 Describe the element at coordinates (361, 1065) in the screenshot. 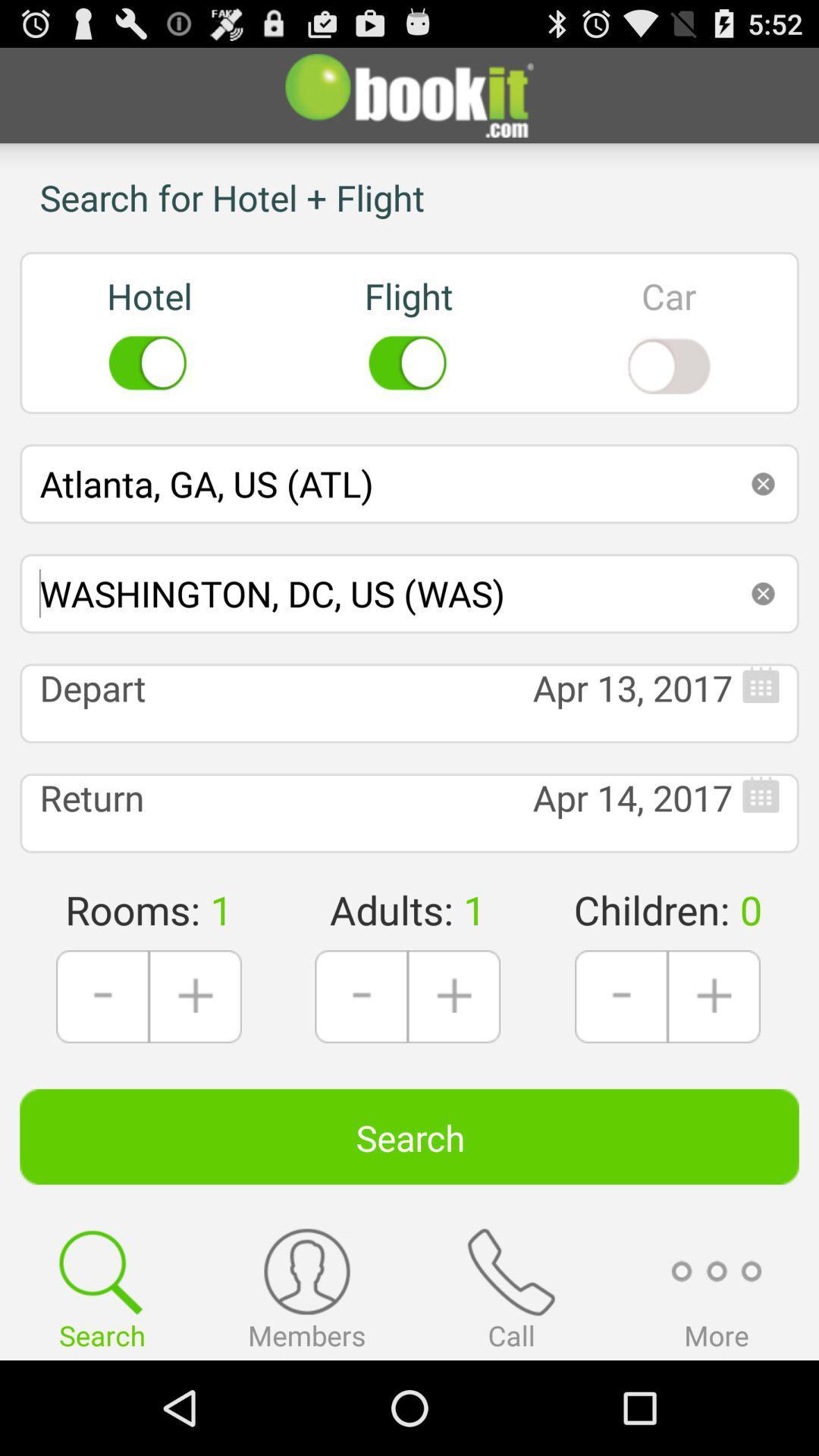

I see `the minus icon` at that location.